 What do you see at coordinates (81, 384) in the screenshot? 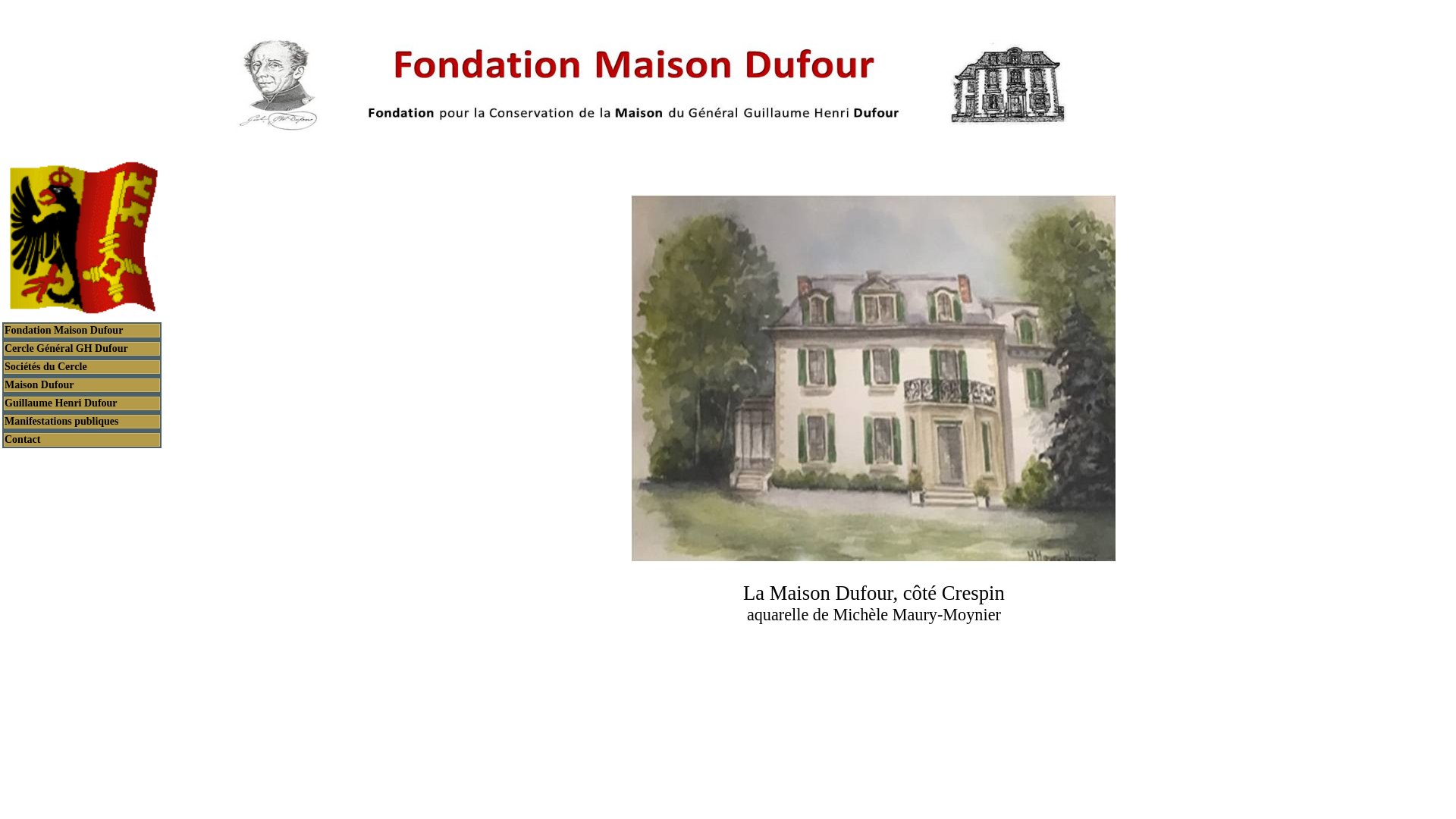
I see `'Maison Dufour'` at bounding box center [81, 384].